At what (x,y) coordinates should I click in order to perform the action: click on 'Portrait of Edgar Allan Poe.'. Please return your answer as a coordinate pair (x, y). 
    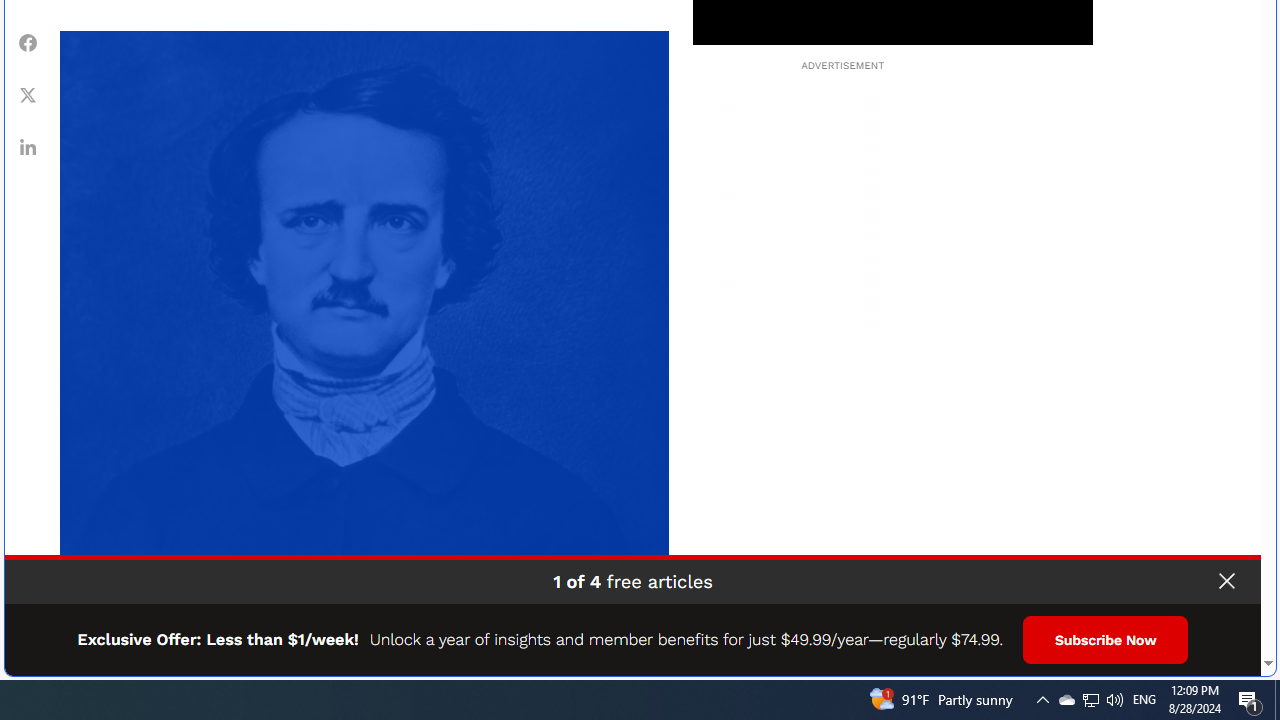
    Looking at the image, I should click on (364, 334).